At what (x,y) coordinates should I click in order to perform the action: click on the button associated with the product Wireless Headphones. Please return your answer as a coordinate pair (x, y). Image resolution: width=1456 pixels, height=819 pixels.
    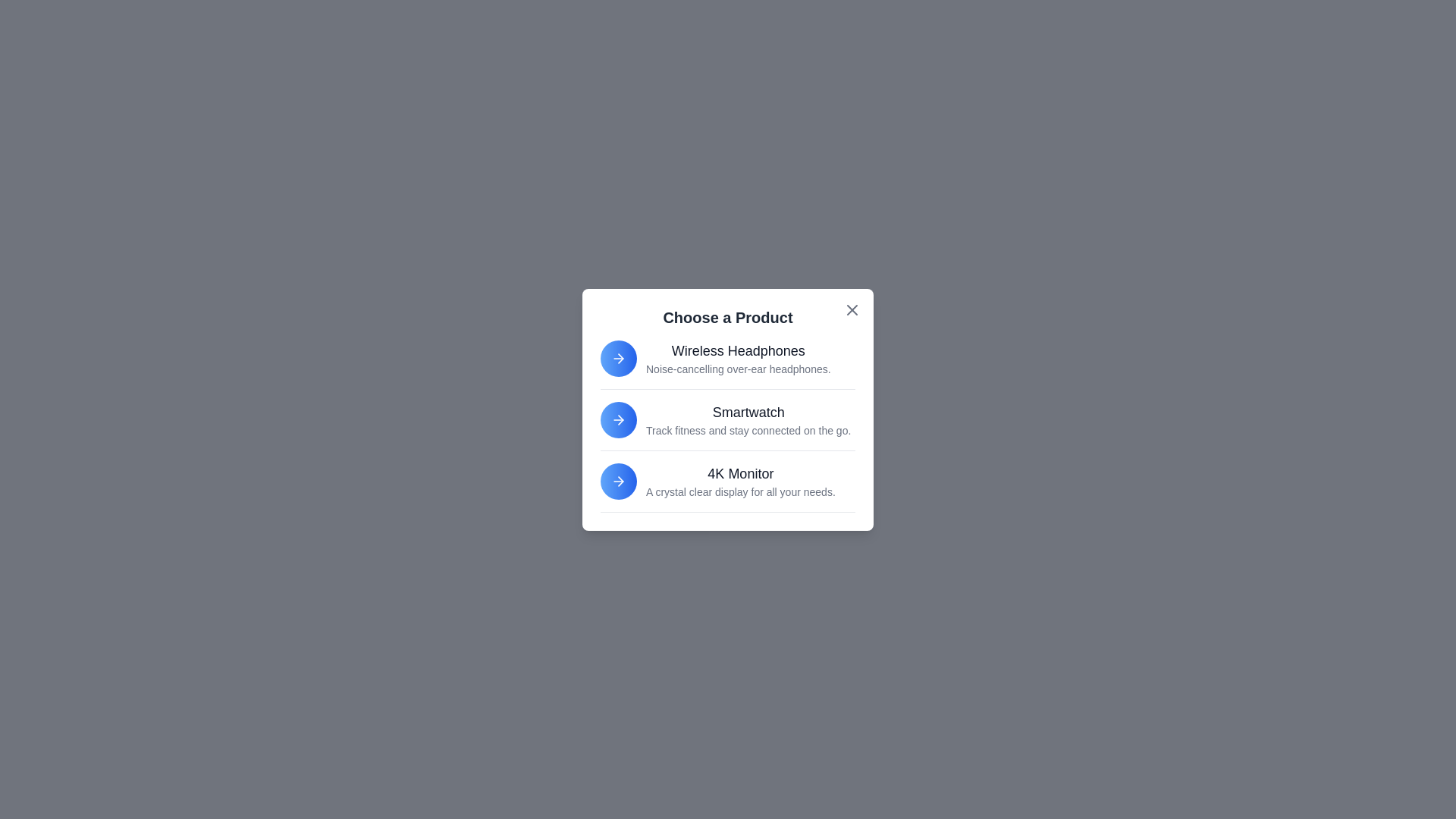
    Looking at the image, I should click on (619, 358).